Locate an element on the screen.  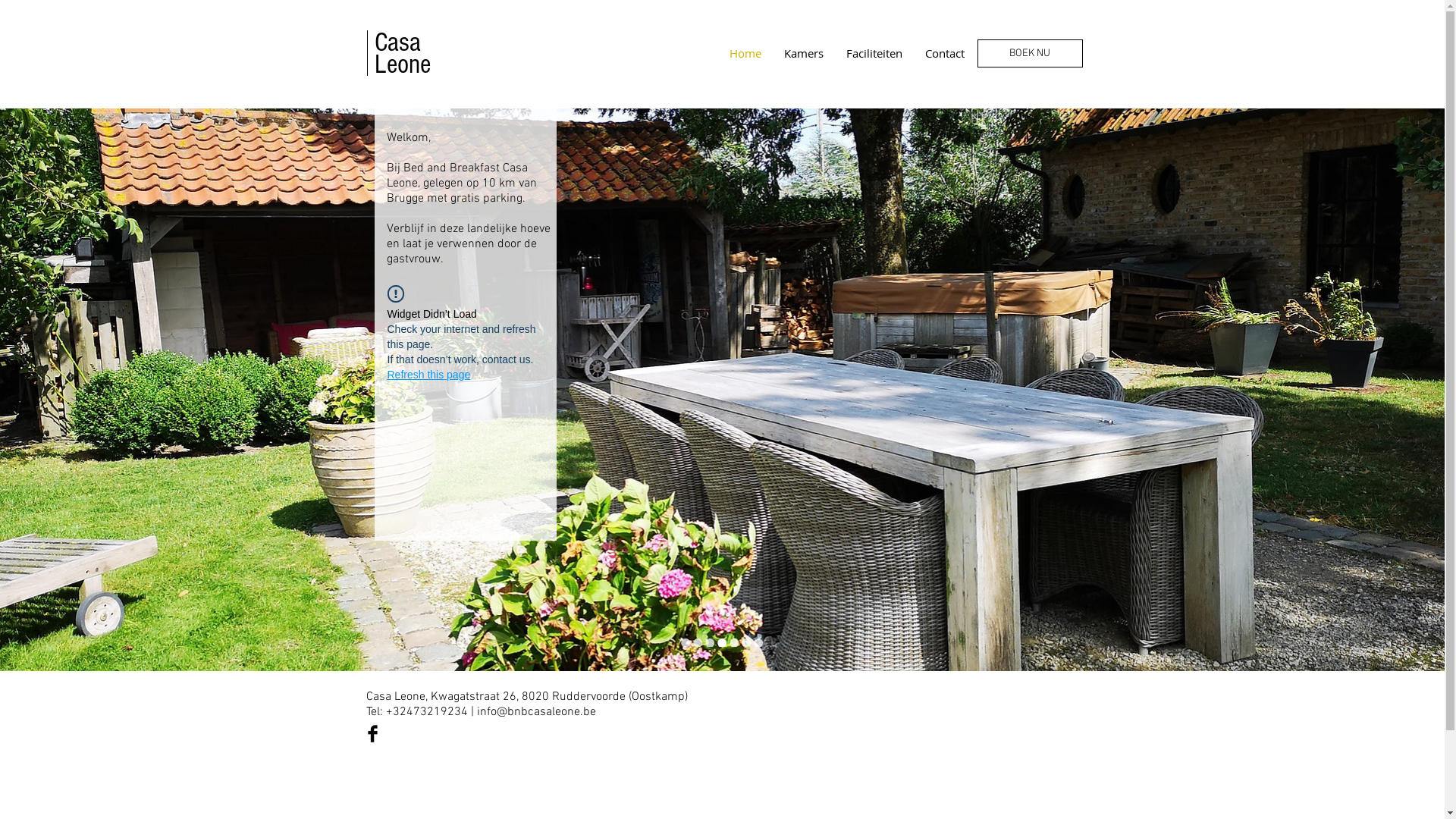
'Casa' is located at coordinates (375, 42).